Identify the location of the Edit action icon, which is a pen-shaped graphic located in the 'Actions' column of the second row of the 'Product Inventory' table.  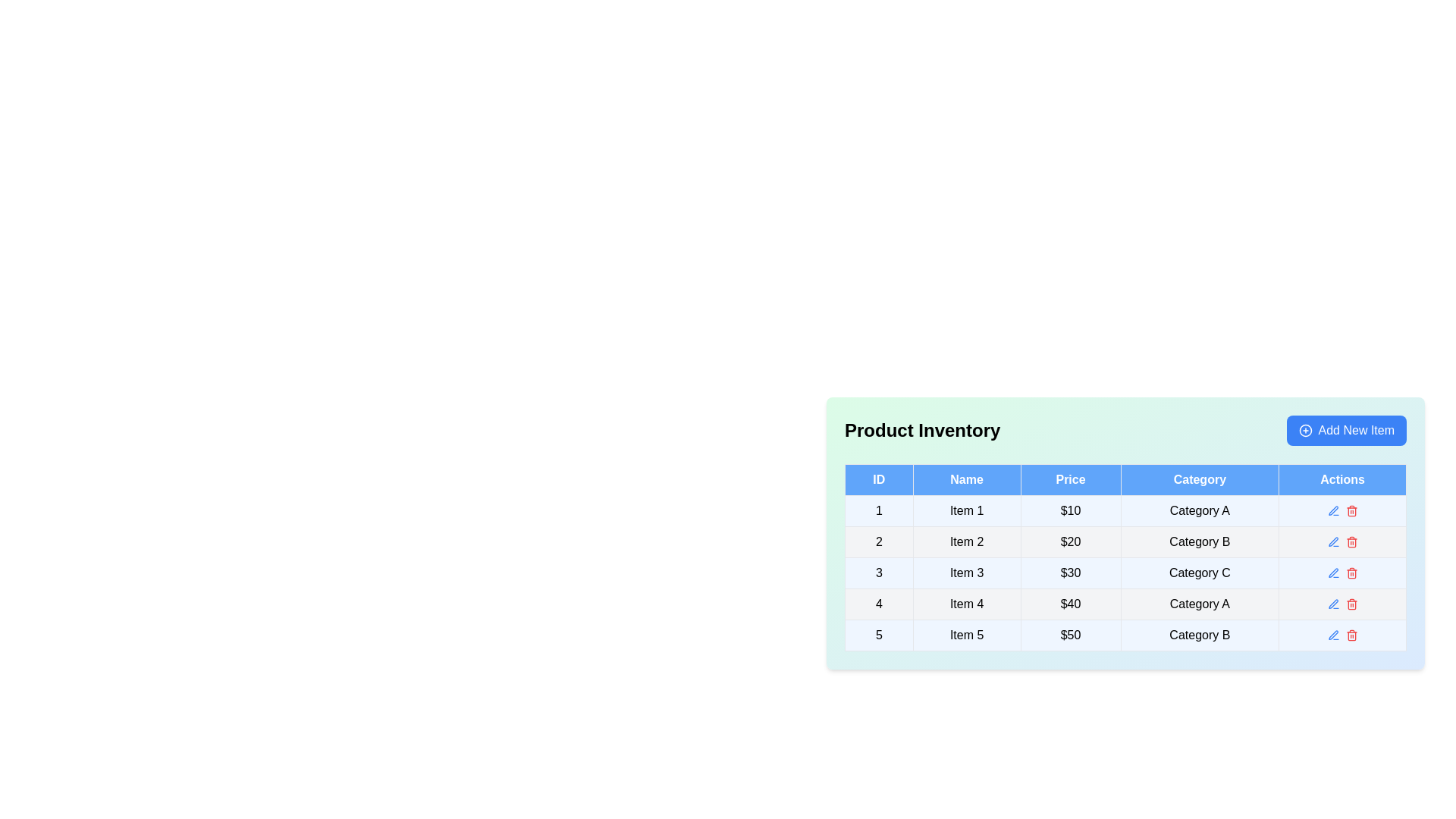
(1332, 541).